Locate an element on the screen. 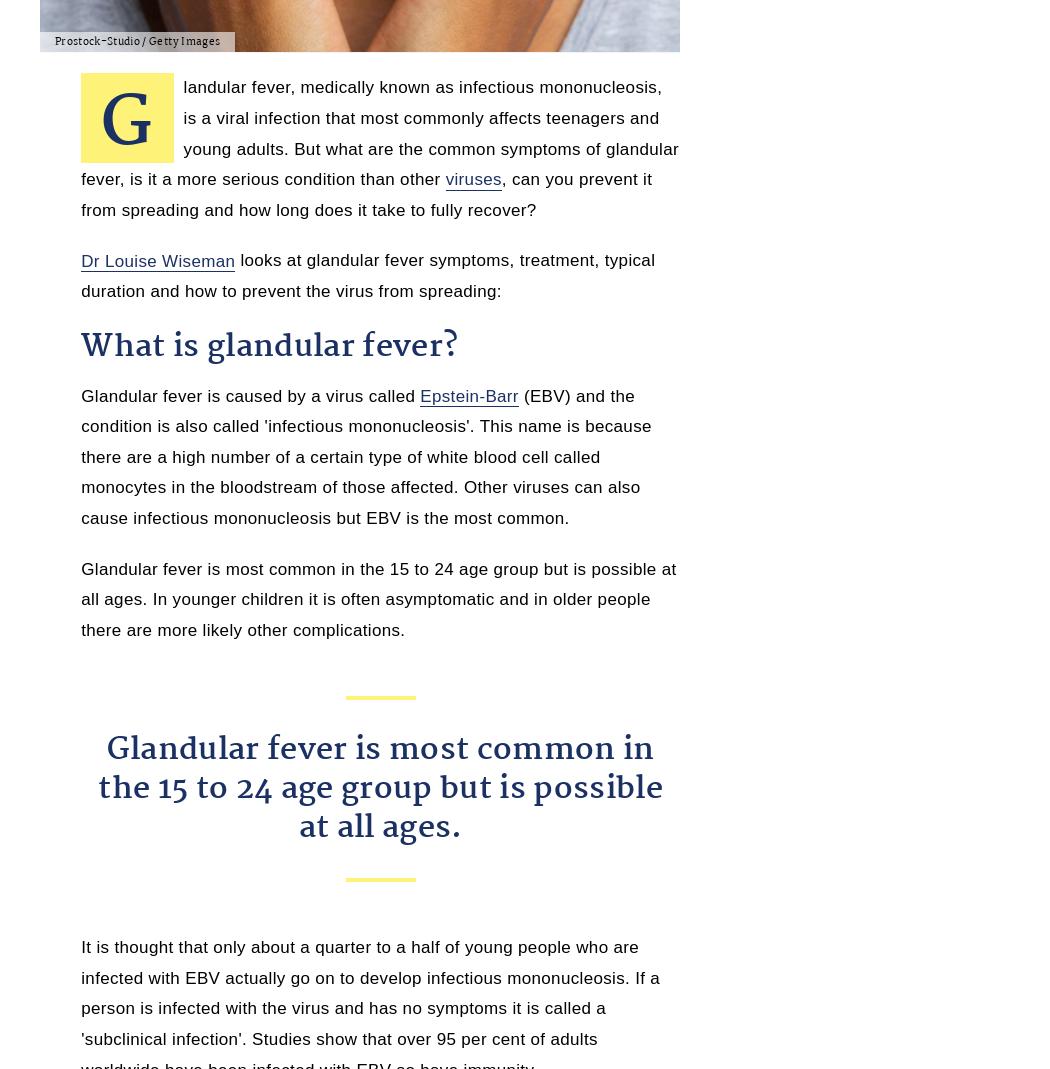  'looks at glandular fever symptoms, treatment, typical duration and how to prevent the virus from spreading:' is located at coordinates (367, 274).